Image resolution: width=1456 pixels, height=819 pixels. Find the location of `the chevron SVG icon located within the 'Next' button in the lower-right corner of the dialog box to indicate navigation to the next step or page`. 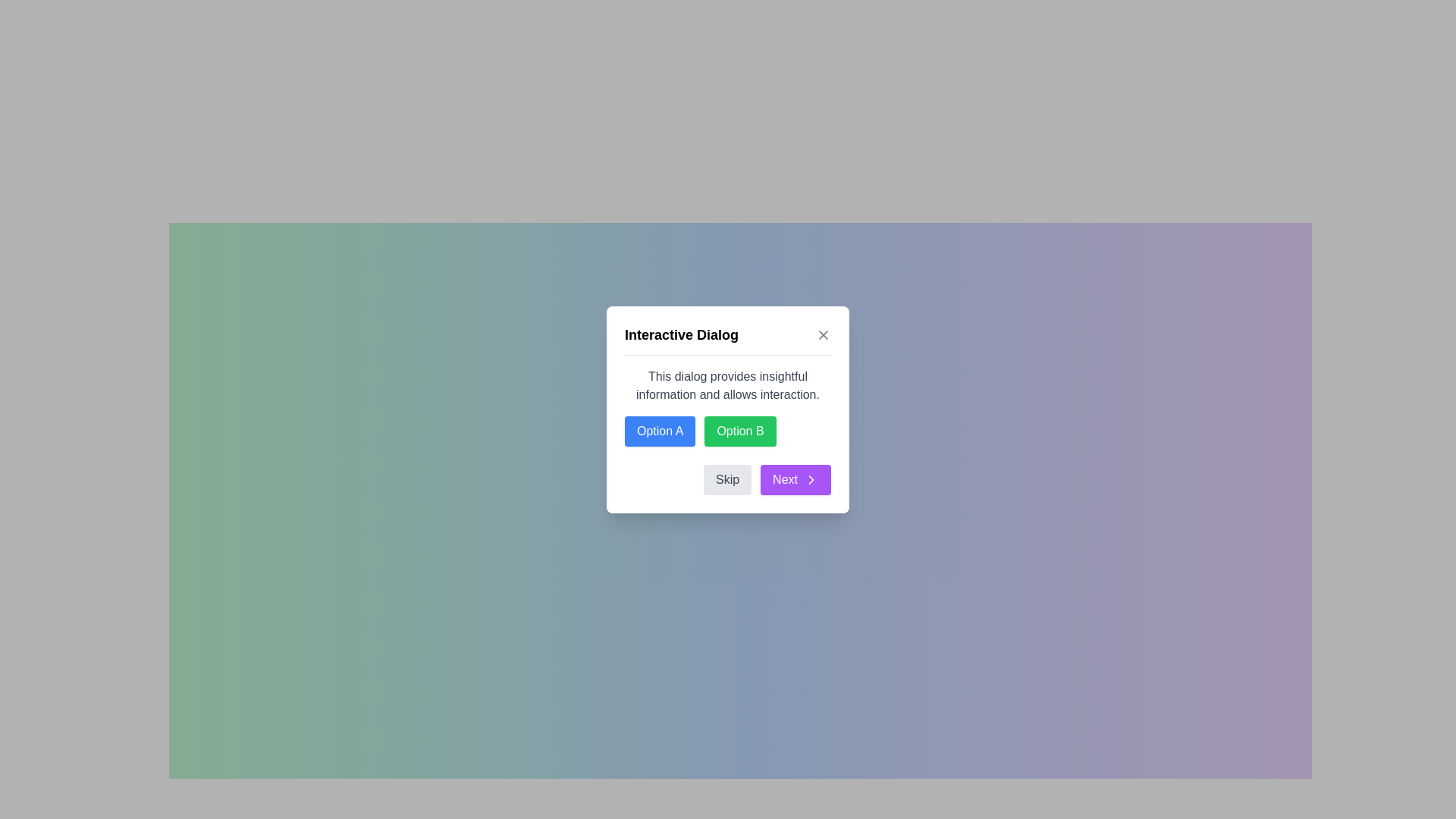

the chevron SVG icon located within the 'Next' button in the lower-right corner of the dialog box to indicate navigation to the next step or page is located at coordinates (811, 479).